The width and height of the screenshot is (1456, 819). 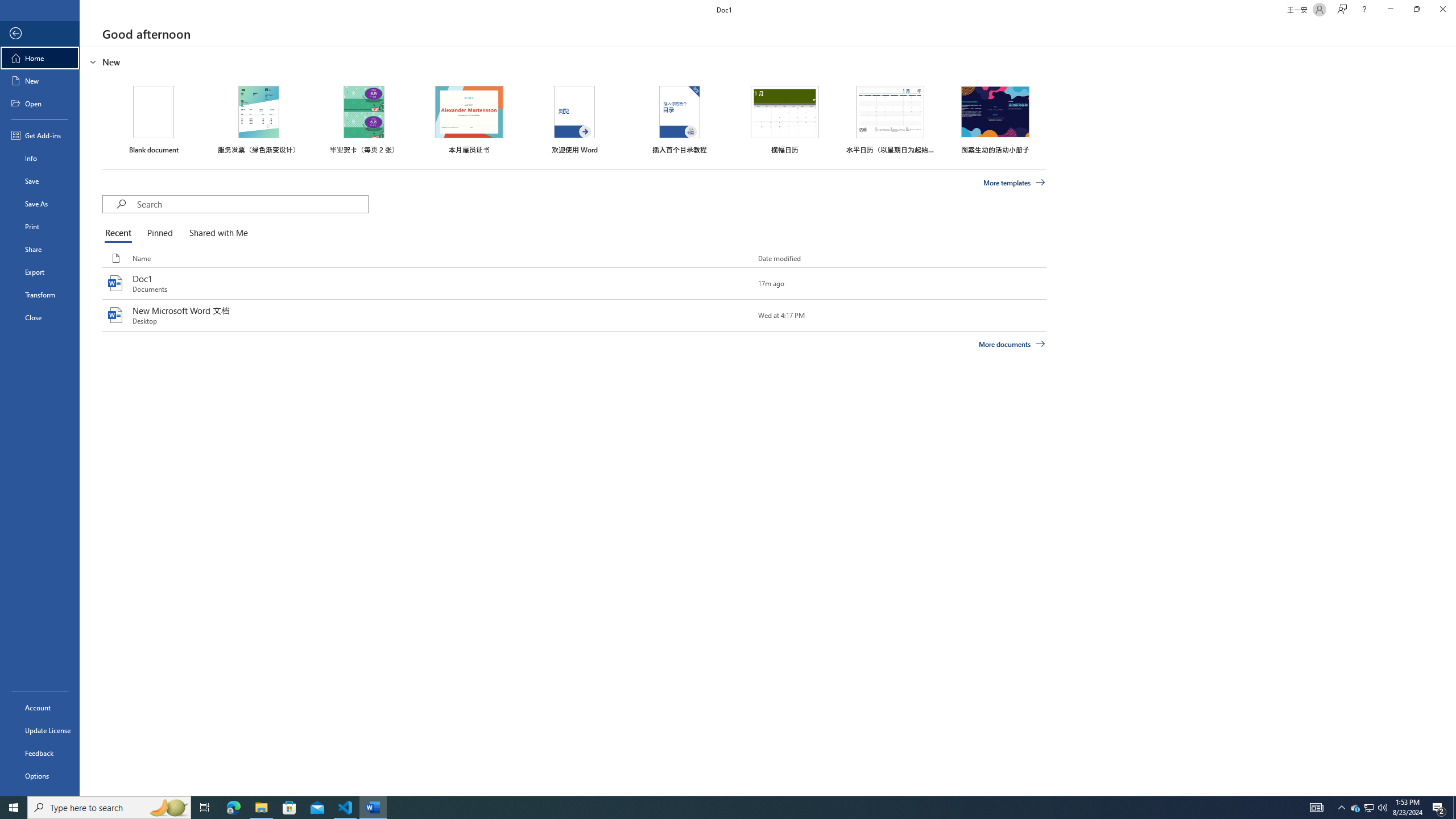 What do you see at coordinates (120, 233) in the screenshot?
I see `'Recent'` at bounding box center [120, 233].